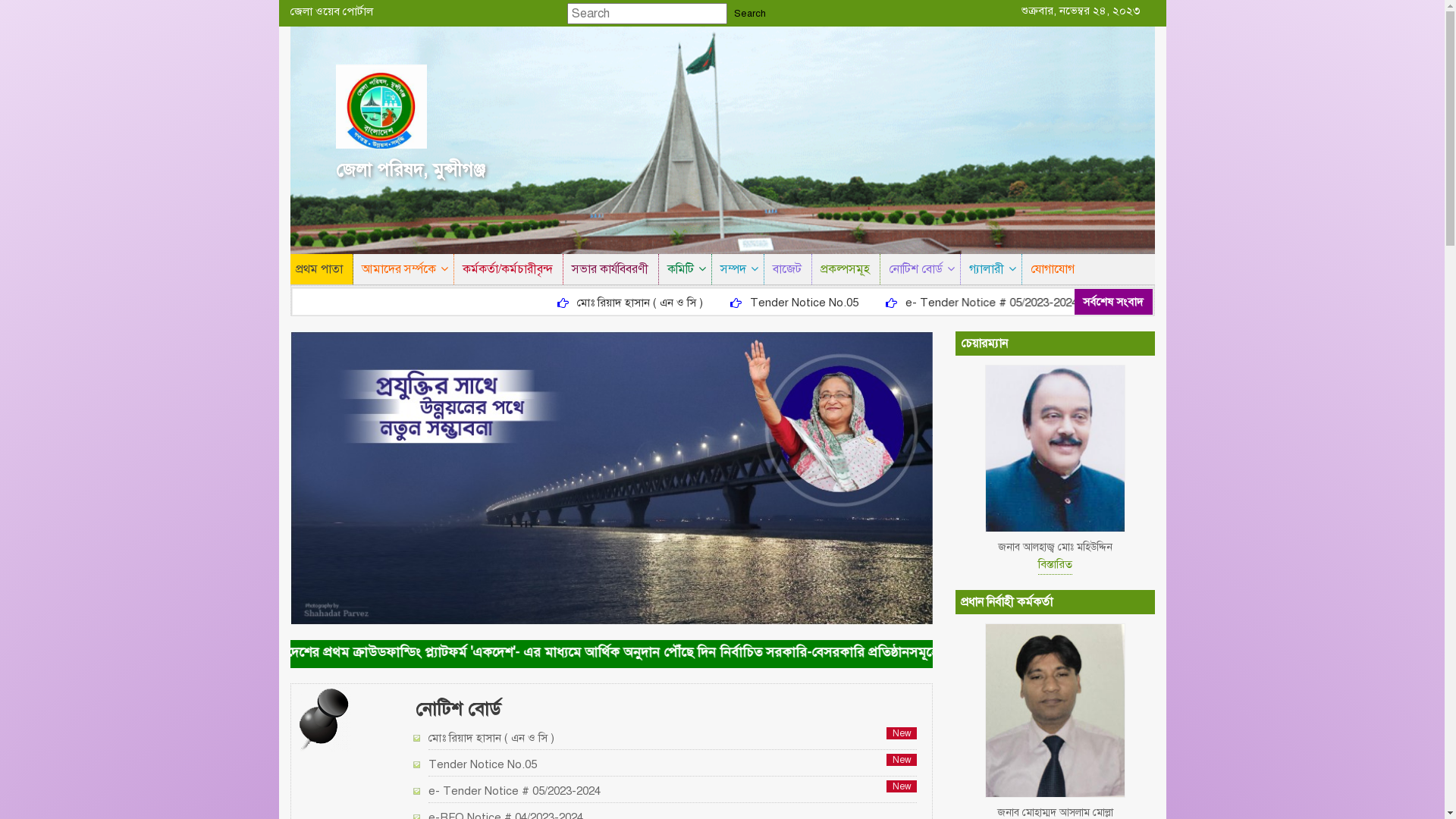 The image size is (1456, 819). What do you see at coordinates (749, 14) in the screenshot?
I see `'Search'` at bounding box center [749, 14].